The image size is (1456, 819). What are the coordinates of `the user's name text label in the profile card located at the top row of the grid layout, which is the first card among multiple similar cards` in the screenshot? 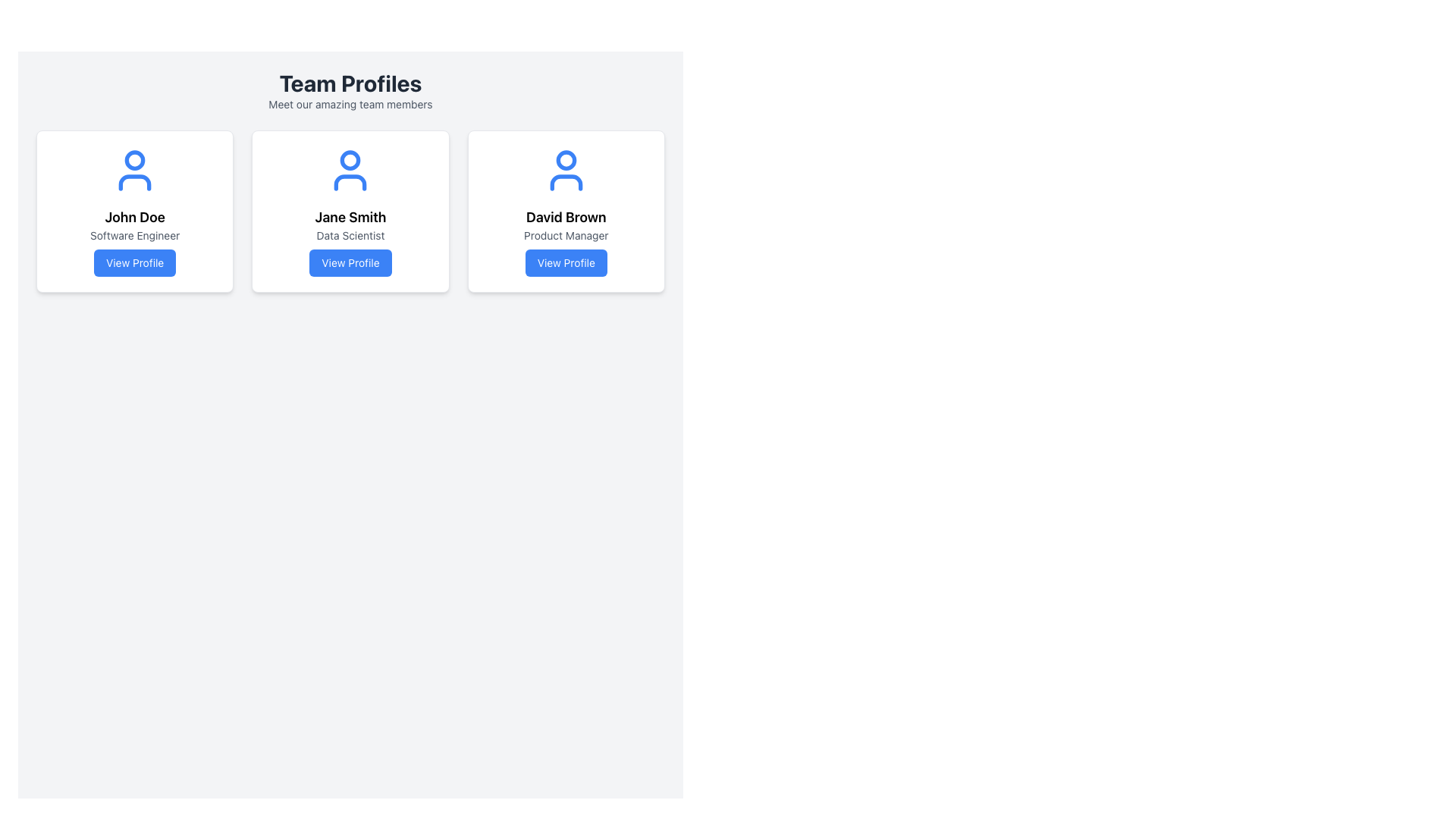 It's located at (135, 217).